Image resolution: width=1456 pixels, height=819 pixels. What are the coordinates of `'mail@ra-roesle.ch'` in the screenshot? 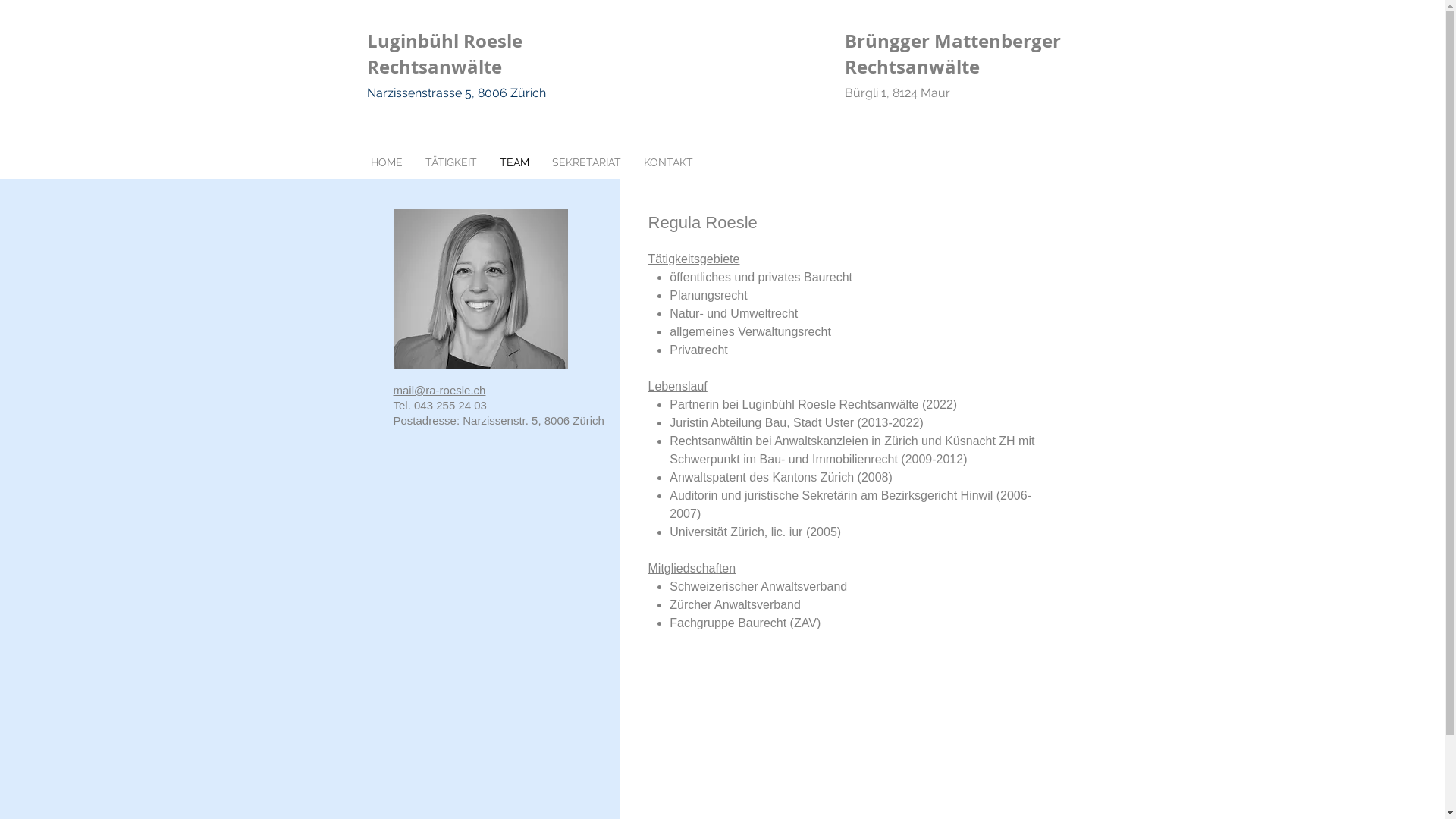 It's located at (438, 389).